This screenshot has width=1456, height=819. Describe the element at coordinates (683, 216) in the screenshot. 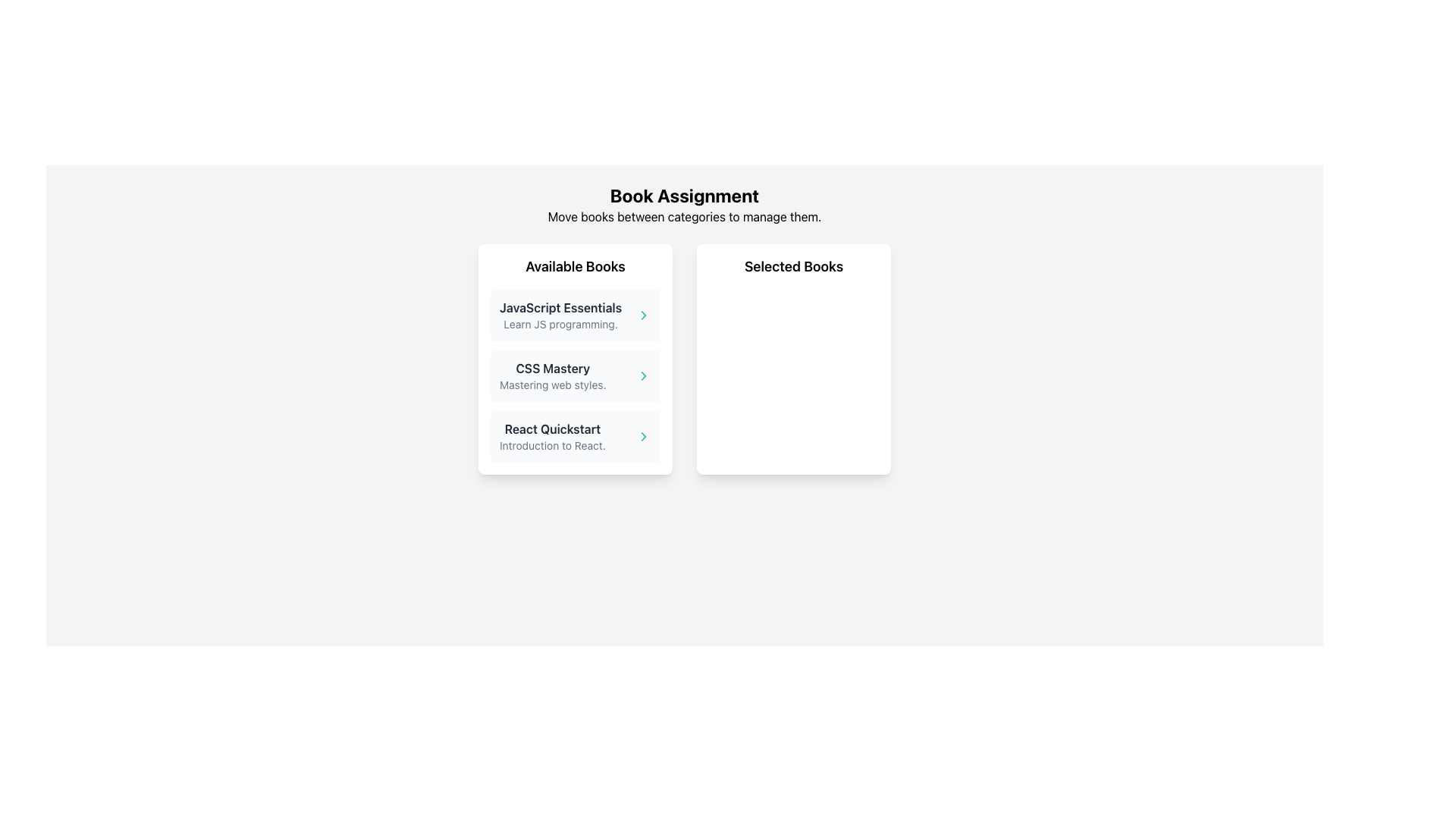

I see `descriptive instruction text located directly below the 'Book Assignment' title, which is horizontally centered in the interface` at that location.